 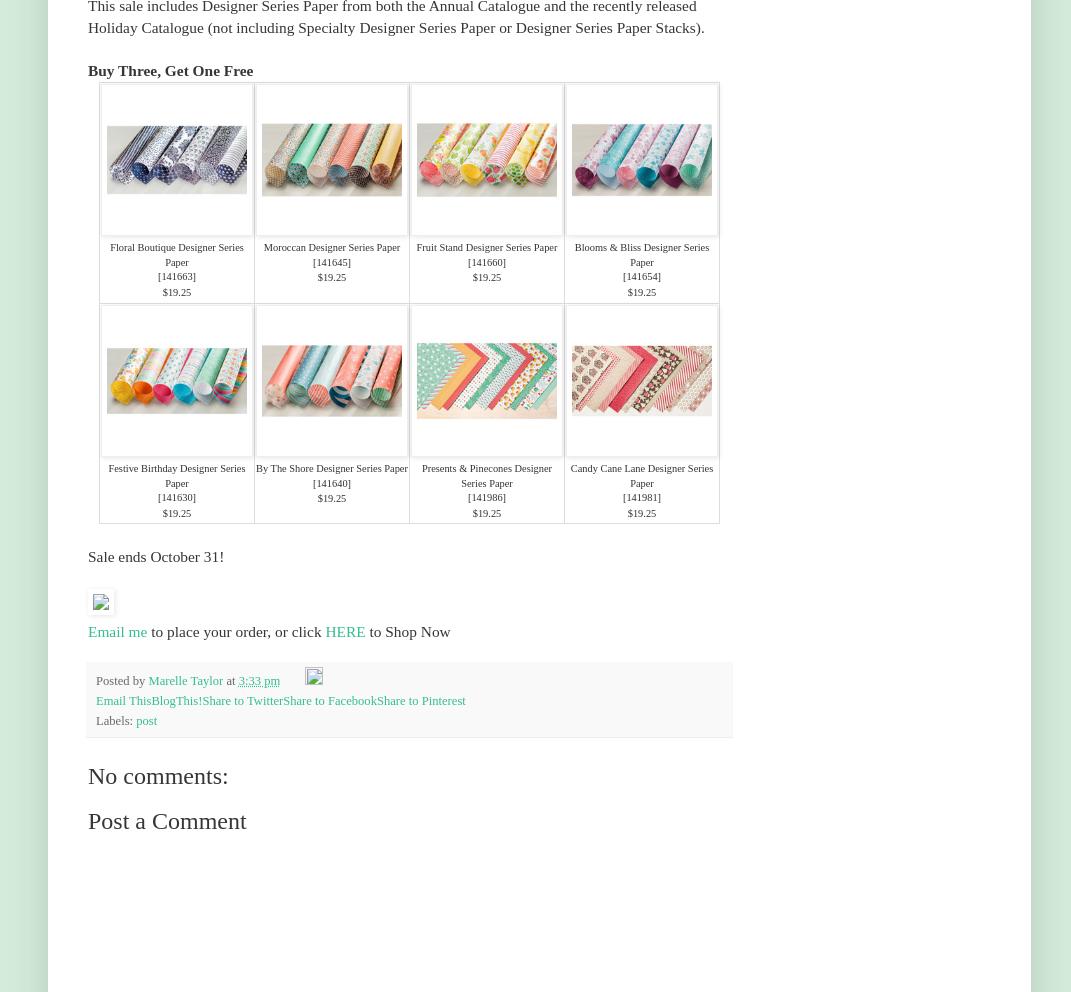 What do you see at coordinates (146, 720) in the screenshot?
I see `'post'` at bounding box center [146, 720].